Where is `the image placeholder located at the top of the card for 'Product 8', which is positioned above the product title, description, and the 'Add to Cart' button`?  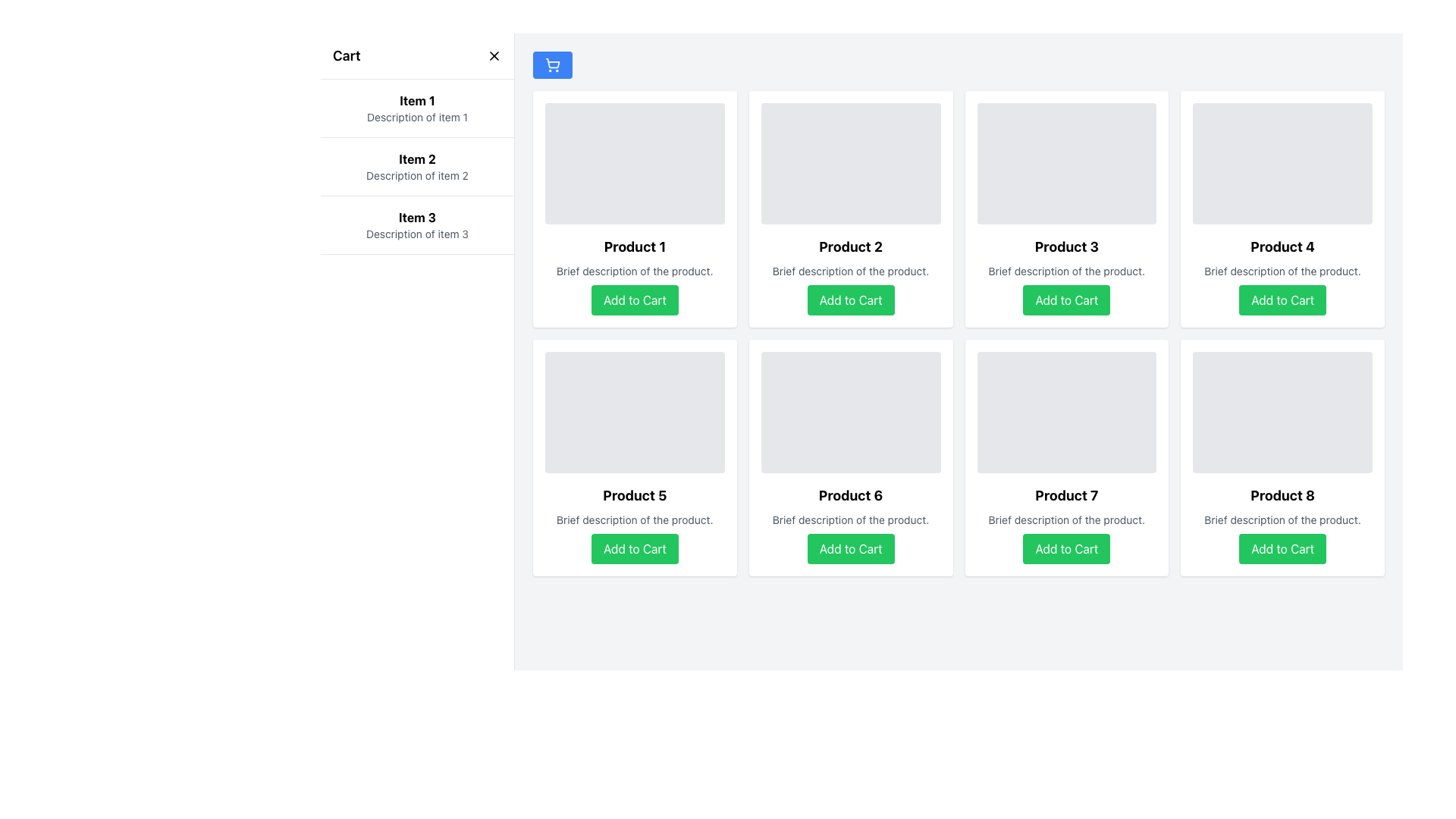 the image placeholder located at the top of the card for 'Product 8', which is positioned above the product title, description, and the 'Add to Cart' button is located at coordinates (1282, 412).